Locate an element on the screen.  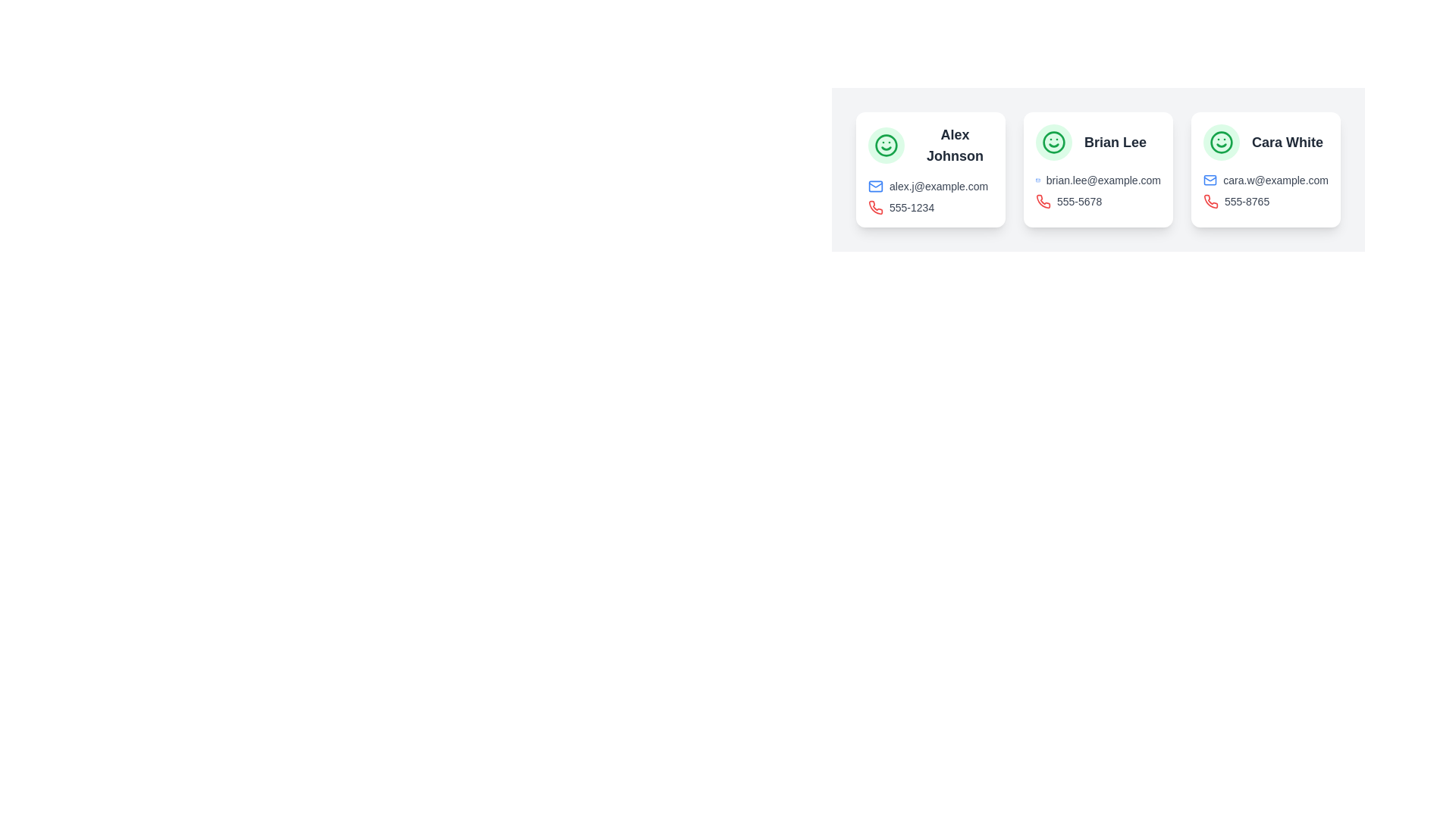
the small rectangle with rounded corners, styled with a blue outline, which is part of the envelope icon located to the left of the email address 'cara.w@example.com.' is located at coordinates (1210, 180).